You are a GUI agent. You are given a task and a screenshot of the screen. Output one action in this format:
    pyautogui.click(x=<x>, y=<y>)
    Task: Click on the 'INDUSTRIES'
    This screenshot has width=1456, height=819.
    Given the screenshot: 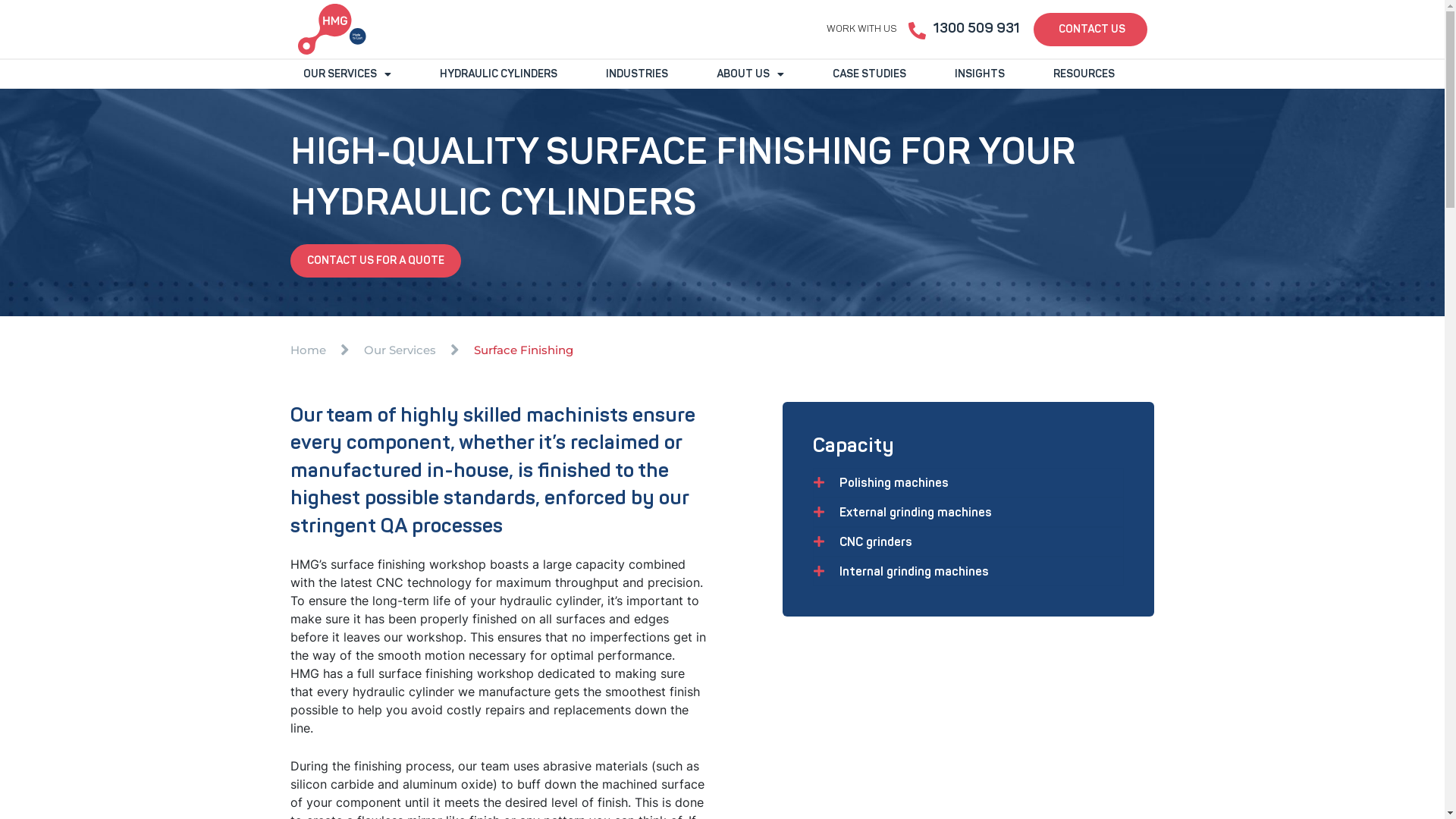 What is the action you would take?
    pyautogui.click(x=637, y=74)
    